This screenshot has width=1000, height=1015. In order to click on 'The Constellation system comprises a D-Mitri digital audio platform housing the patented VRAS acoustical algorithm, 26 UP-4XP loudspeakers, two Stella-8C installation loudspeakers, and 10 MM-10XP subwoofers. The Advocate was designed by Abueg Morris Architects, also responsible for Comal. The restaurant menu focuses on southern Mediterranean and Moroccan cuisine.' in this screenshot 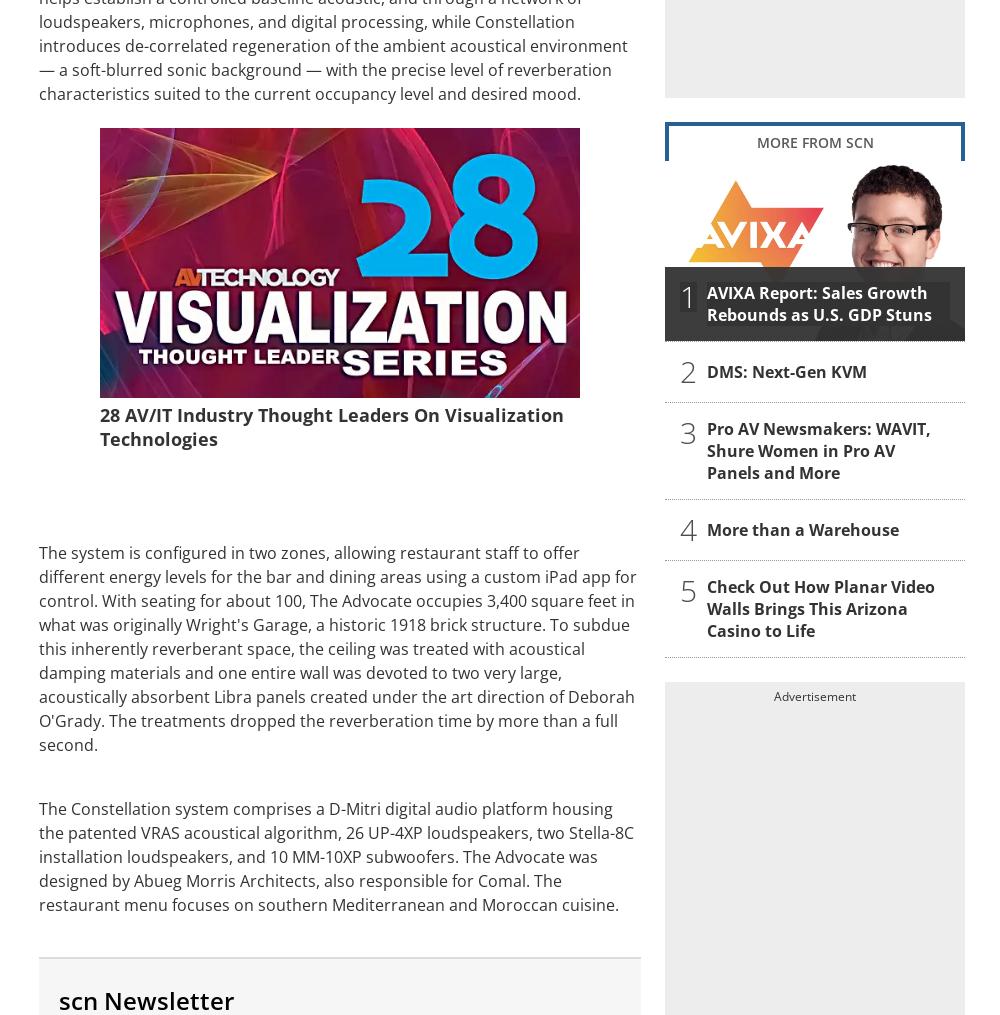, I will do `click(335, 855)`.